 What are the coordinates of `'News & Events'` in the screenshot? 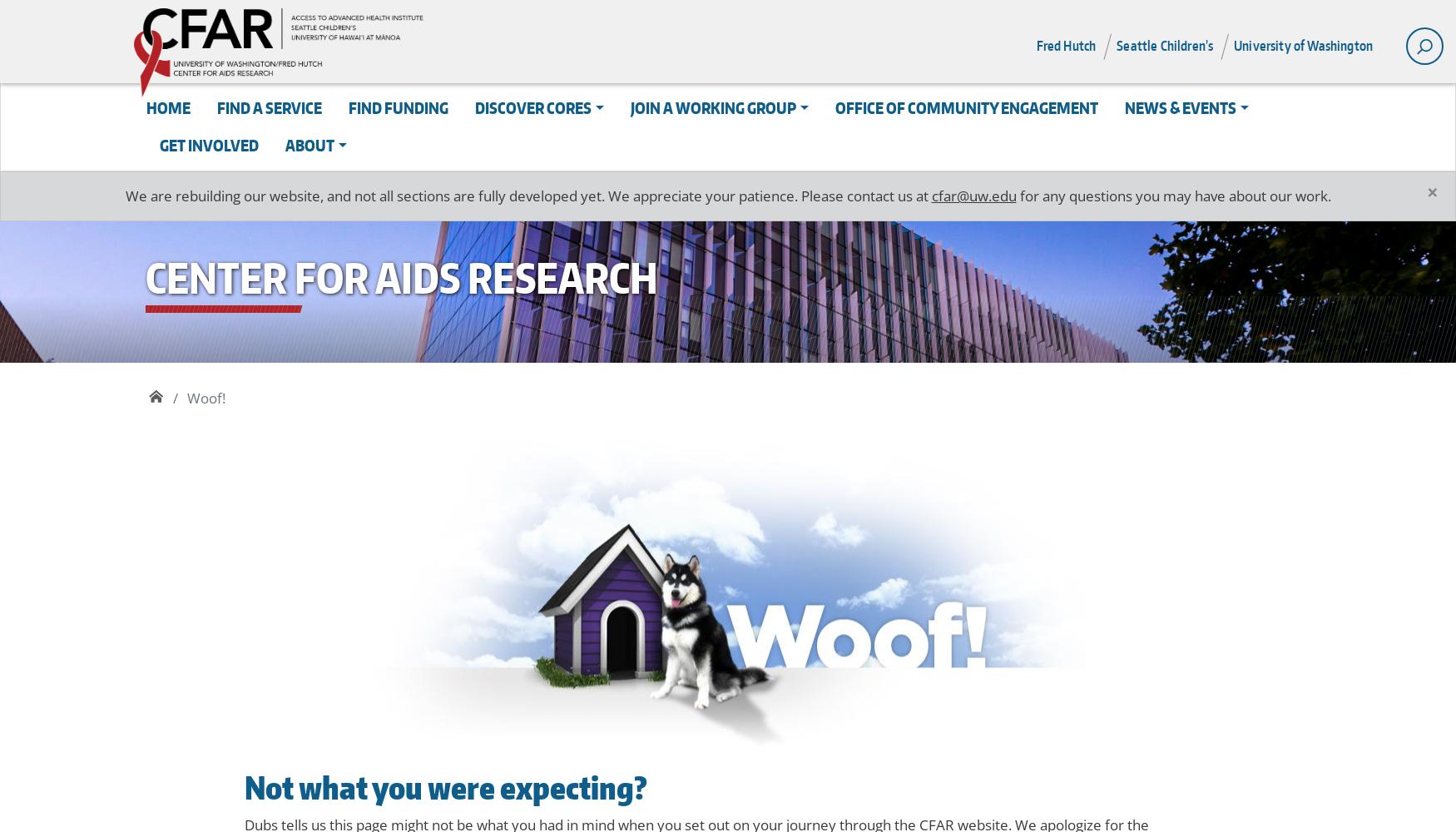 It's located at (1179, 107).